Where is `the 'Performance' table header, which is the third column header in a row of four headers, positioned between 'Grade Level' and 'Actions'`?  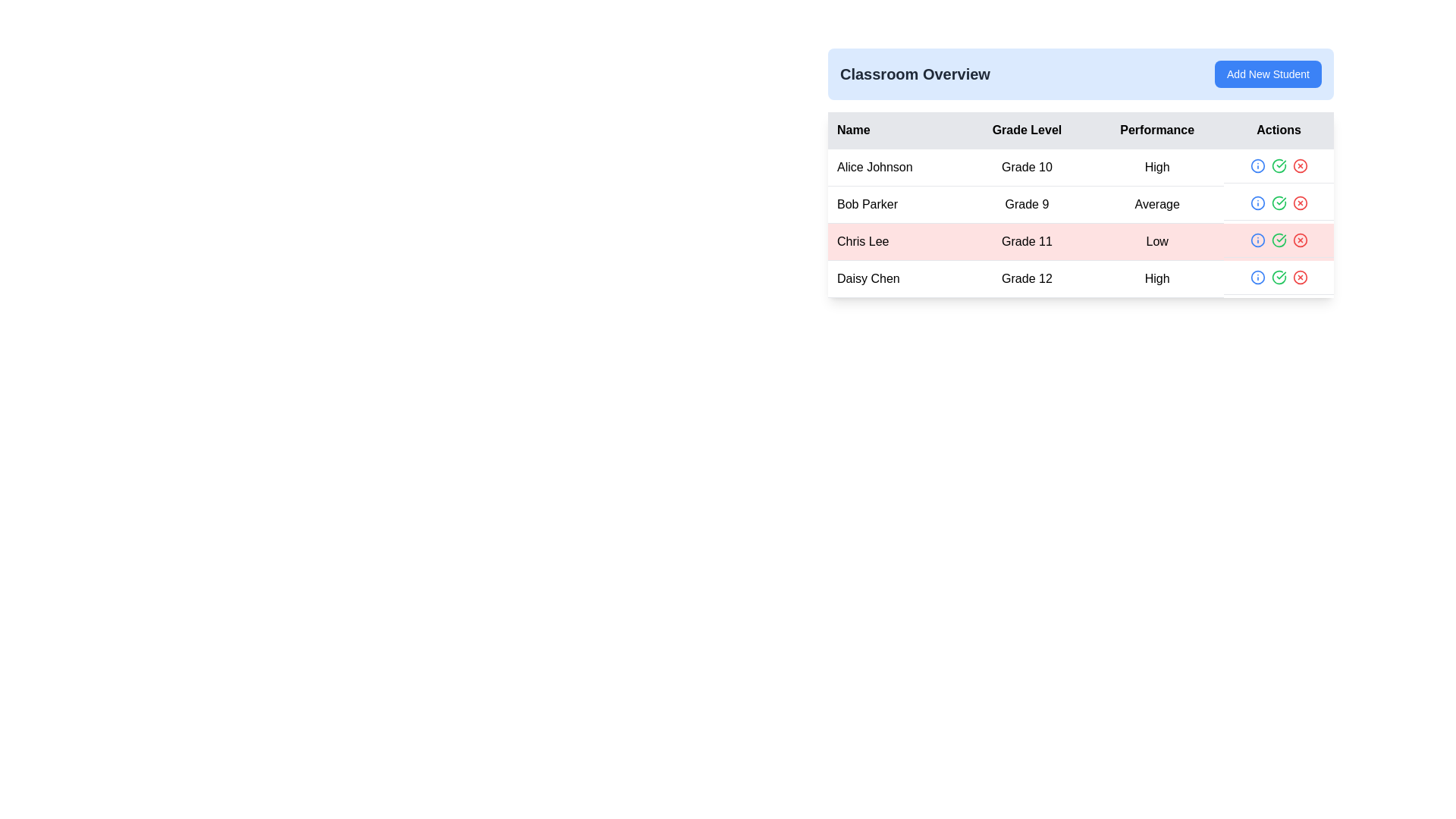
the 'Performance' table header, which is the third column header in a row of four headers, positioned between 'Grade Level' and 'Actions' is located at coordinates (1156, 130).